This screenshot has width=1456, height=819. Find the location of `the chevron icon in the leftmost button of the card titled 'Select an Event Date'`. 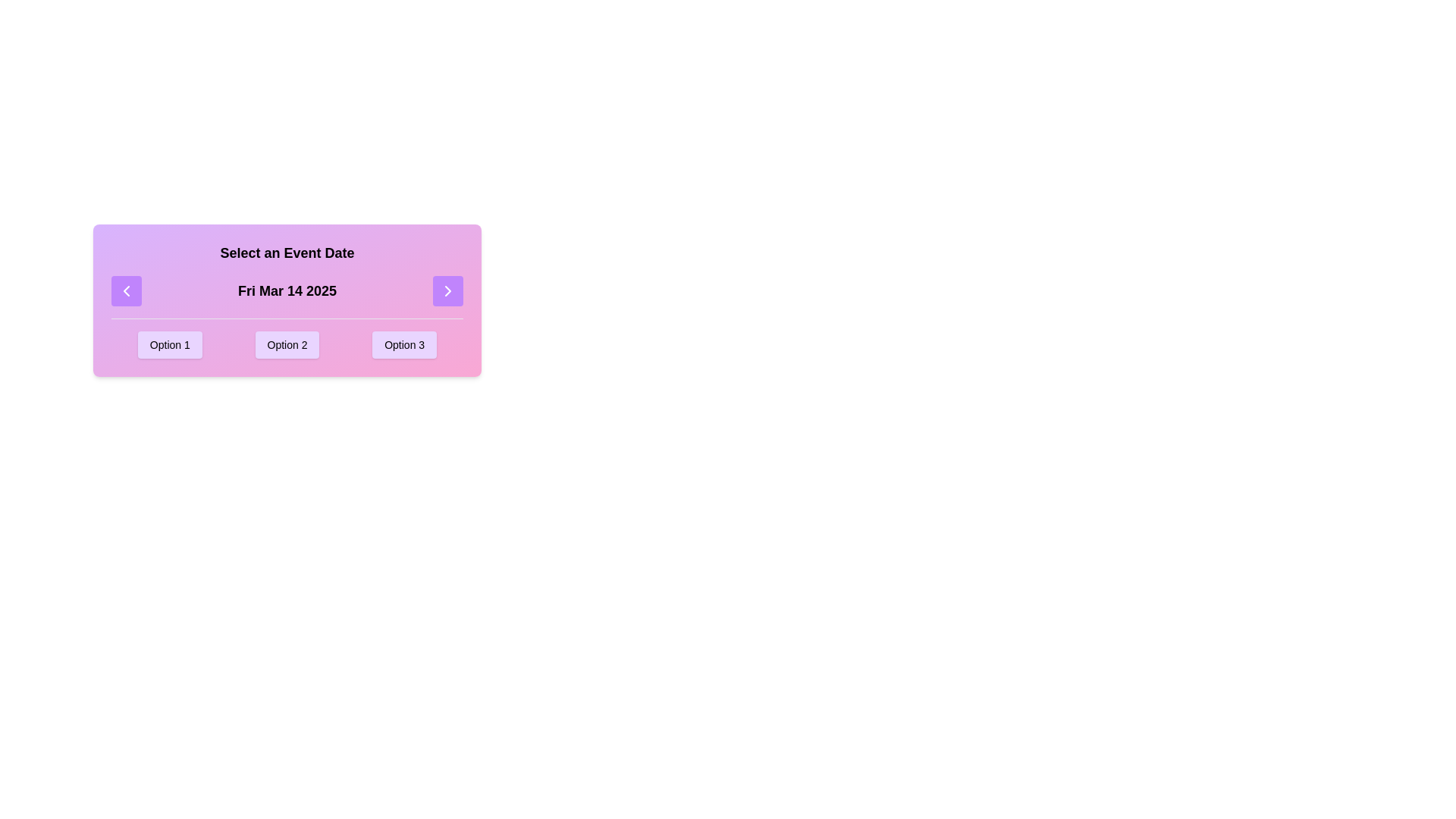

the chevron icon in the leftmost button of the card titled 'Select an Event Date' is located at coordinates (127, 291).